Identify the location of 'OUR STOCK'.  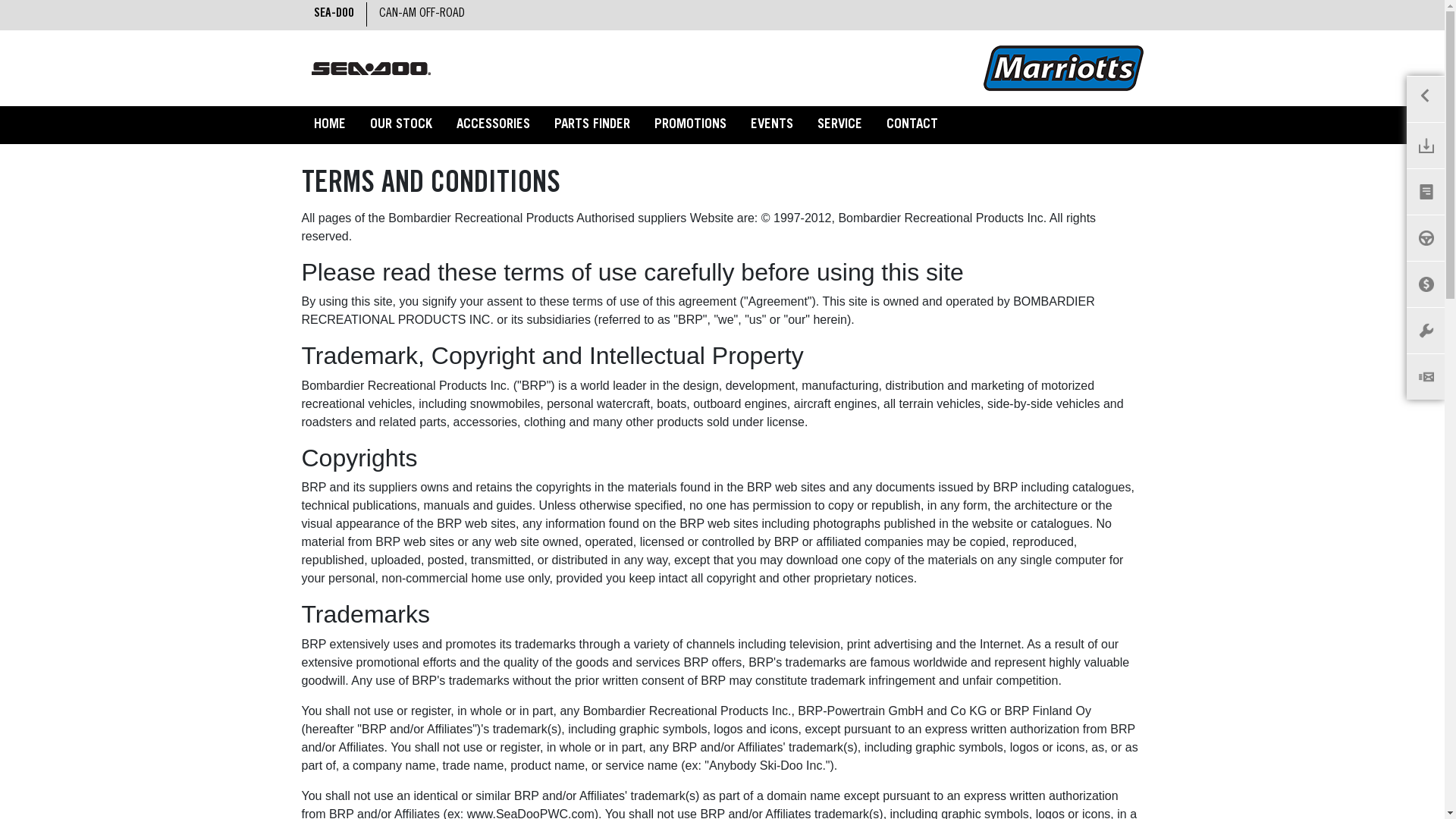
(400, 124).